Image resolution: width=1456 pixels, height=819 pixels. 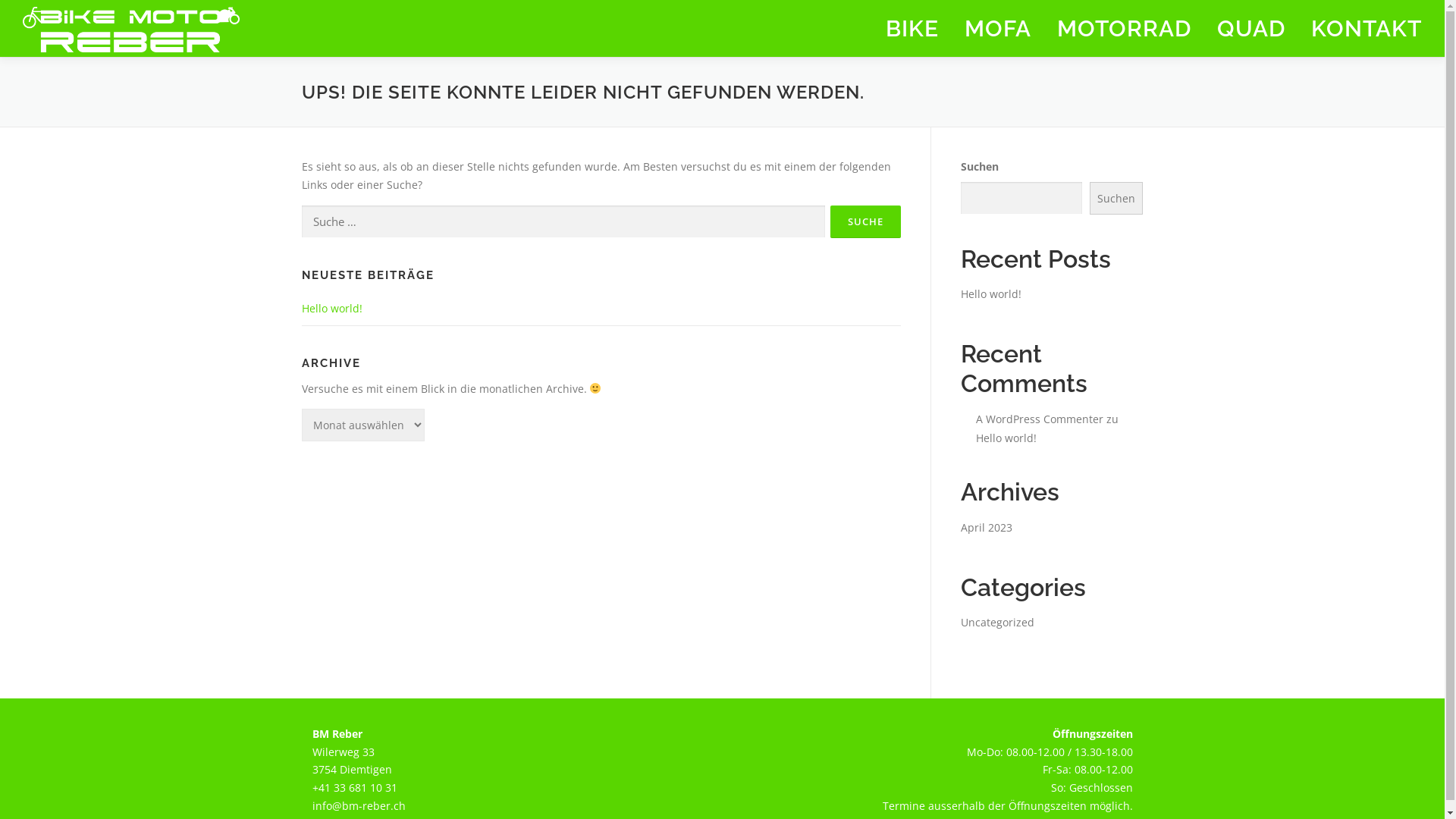 What do you see at coordinates (1360, 28) in the screenshot?
I see `'KONTAKT'` at bounding box center [1360, 28].